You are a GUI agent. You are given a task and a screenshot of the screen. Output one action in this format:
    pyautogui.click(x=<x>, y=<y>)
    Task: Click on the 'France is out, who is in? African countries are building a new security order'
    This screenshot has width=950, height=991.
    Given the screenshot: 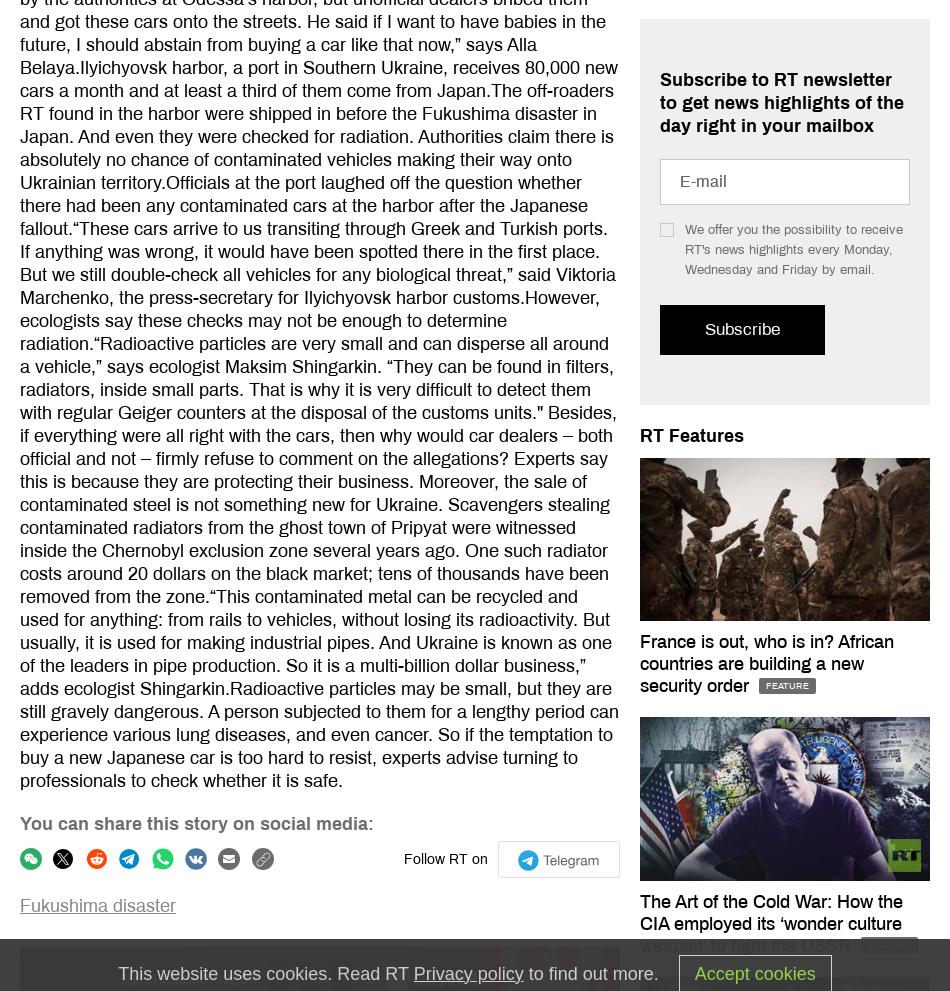 What is the action you would take?
    pyautogui.click(x=764, y=662)
    